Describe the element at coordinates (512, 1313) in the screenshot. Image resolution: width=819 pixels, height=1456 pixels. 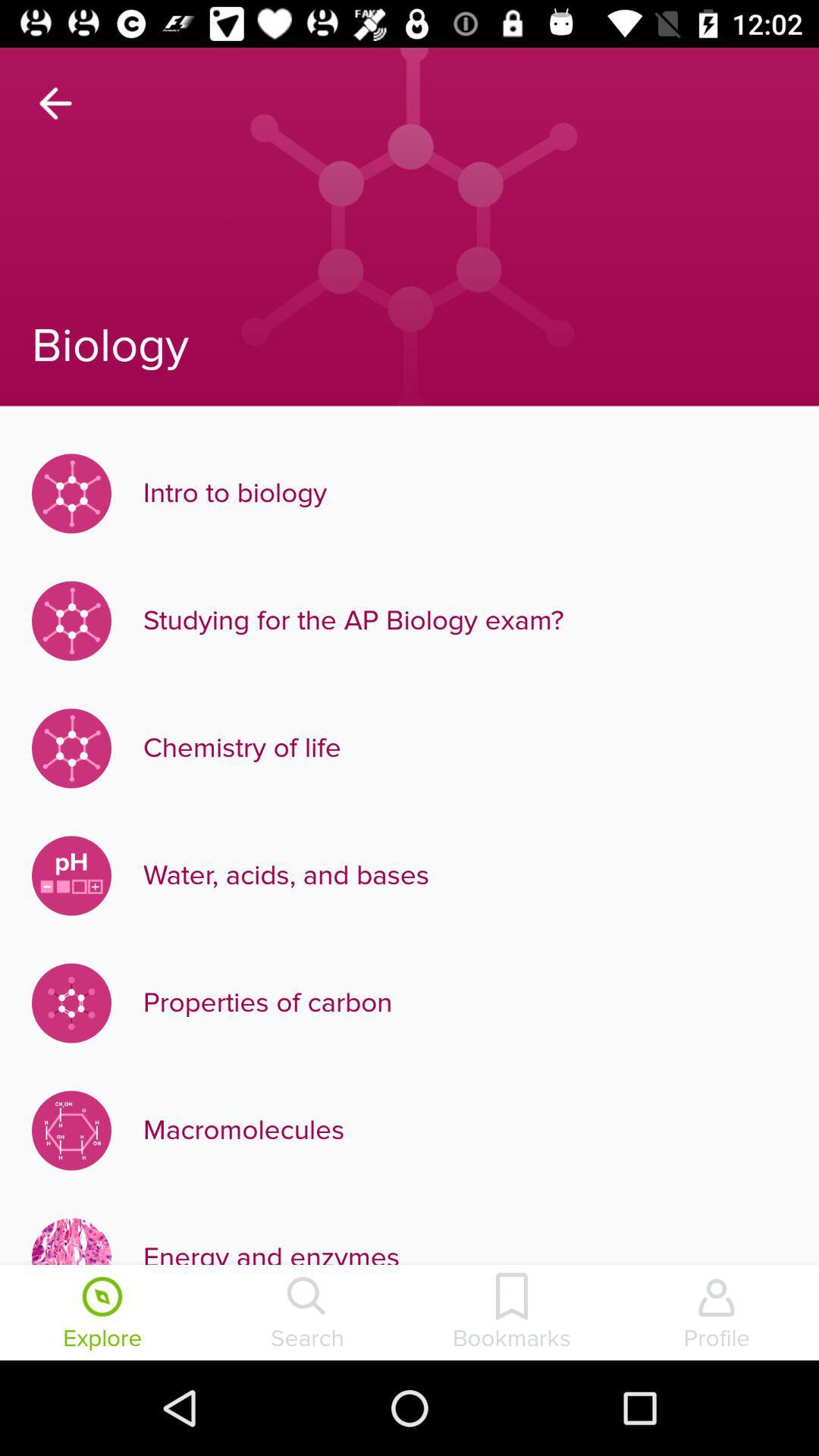
I see `item to the left of the profile icon` at that location.